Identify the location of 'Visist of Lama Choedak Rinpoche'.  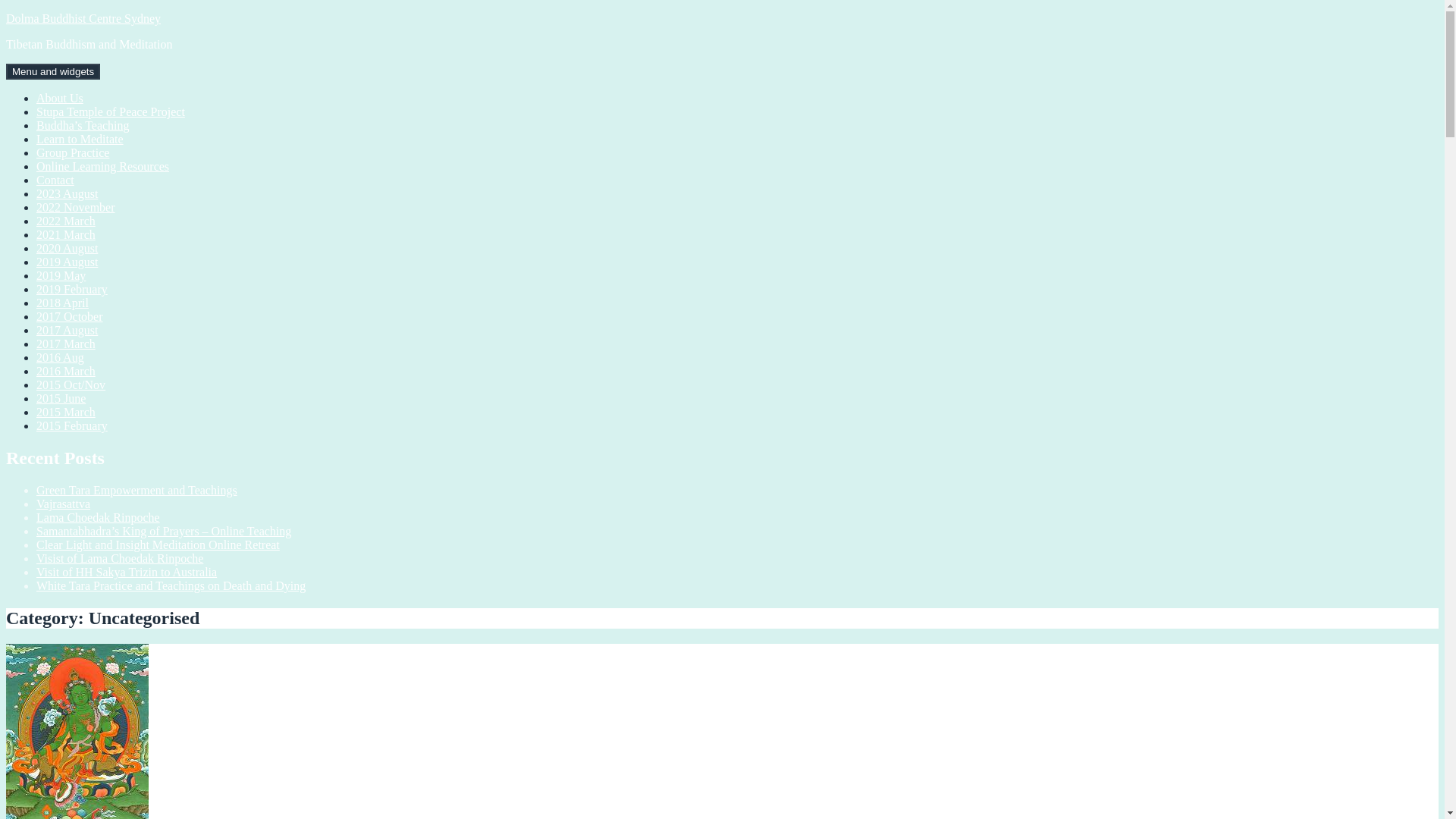
(119, 558).